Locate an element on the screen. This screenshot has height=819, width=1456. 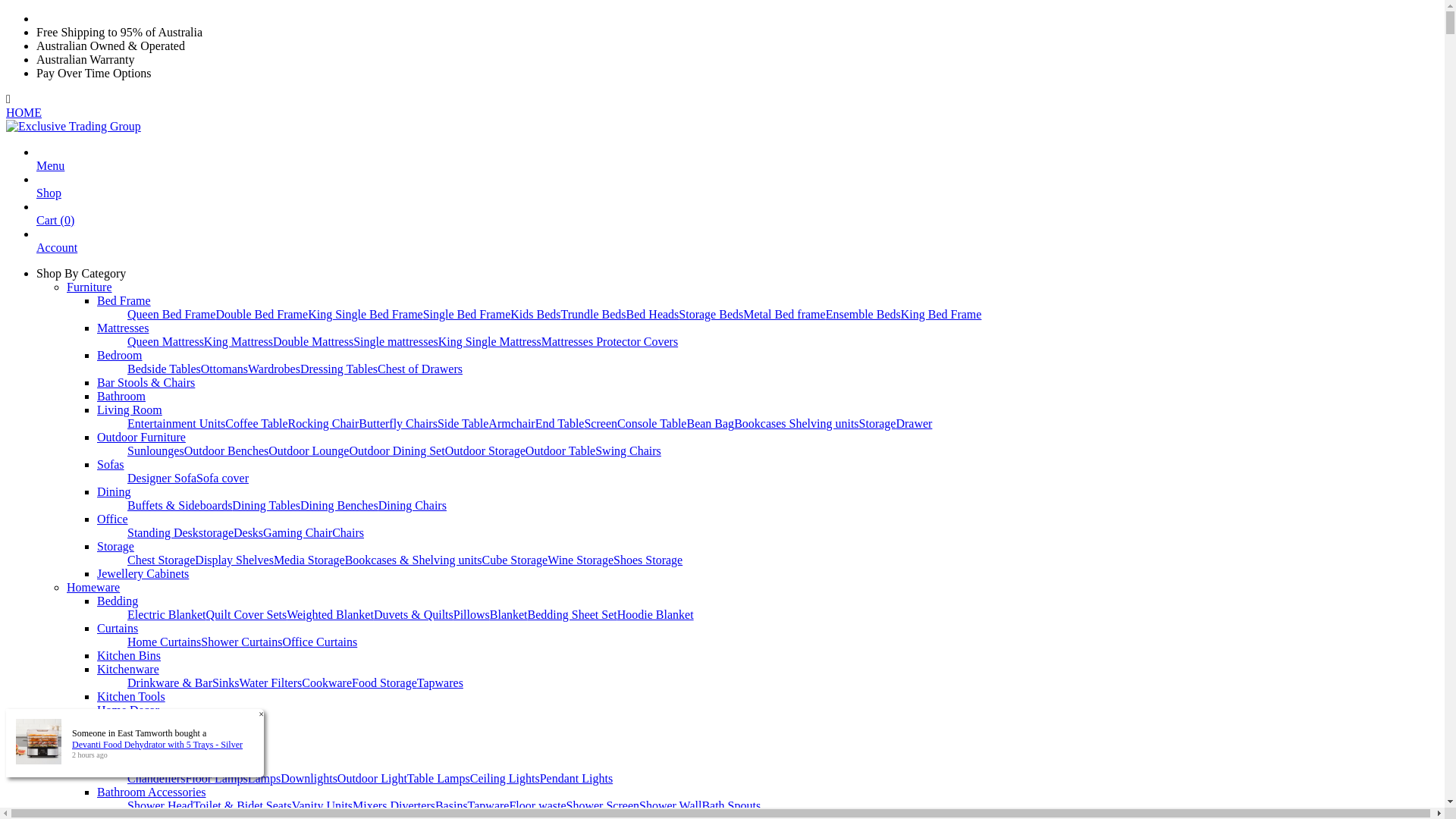
'Blanket' is located at coordinates (509, 614).